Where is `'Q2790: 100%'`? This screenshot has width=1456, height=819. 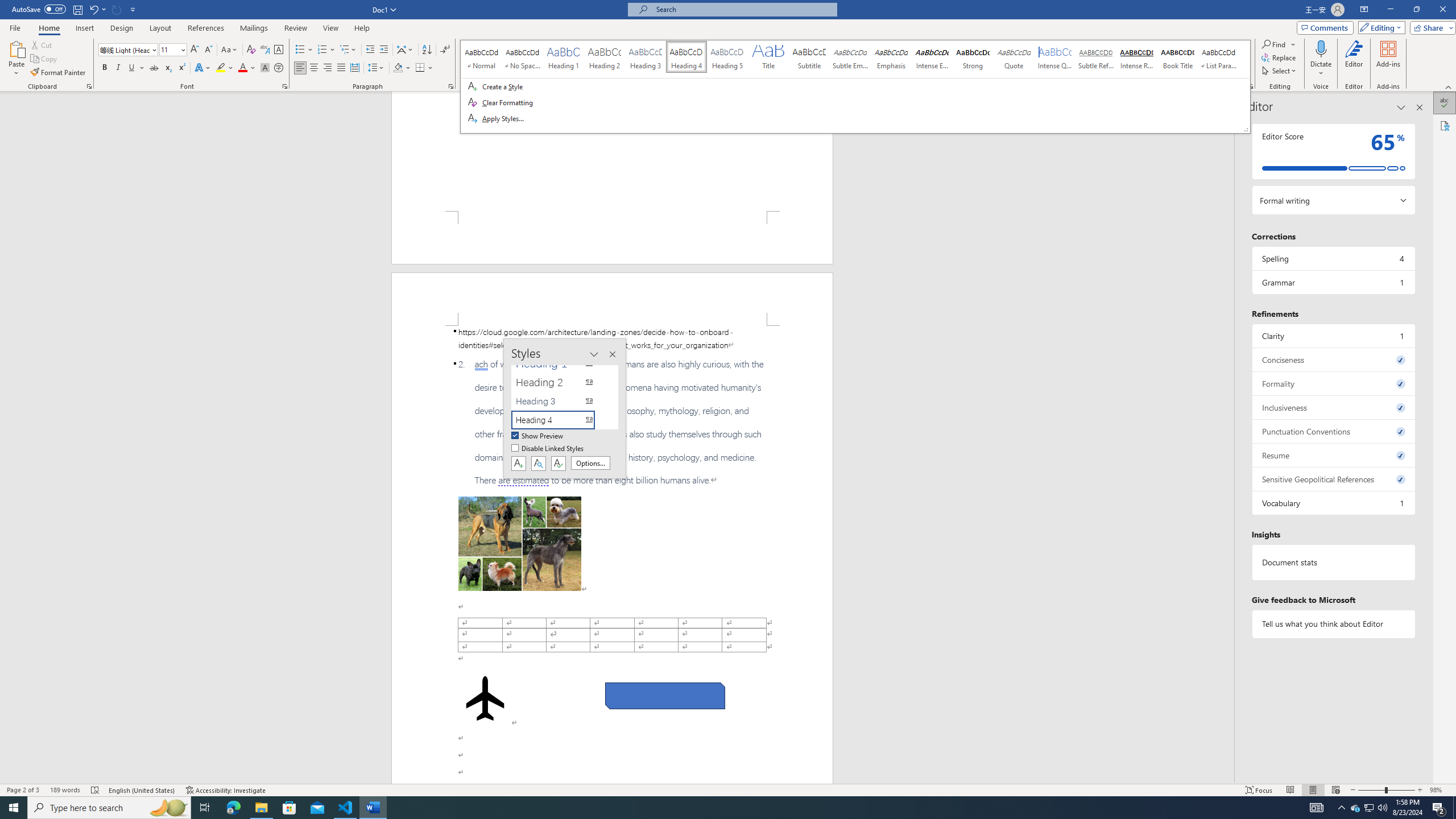
'Q2790: 100%' is located at coordinates (1381, 806).